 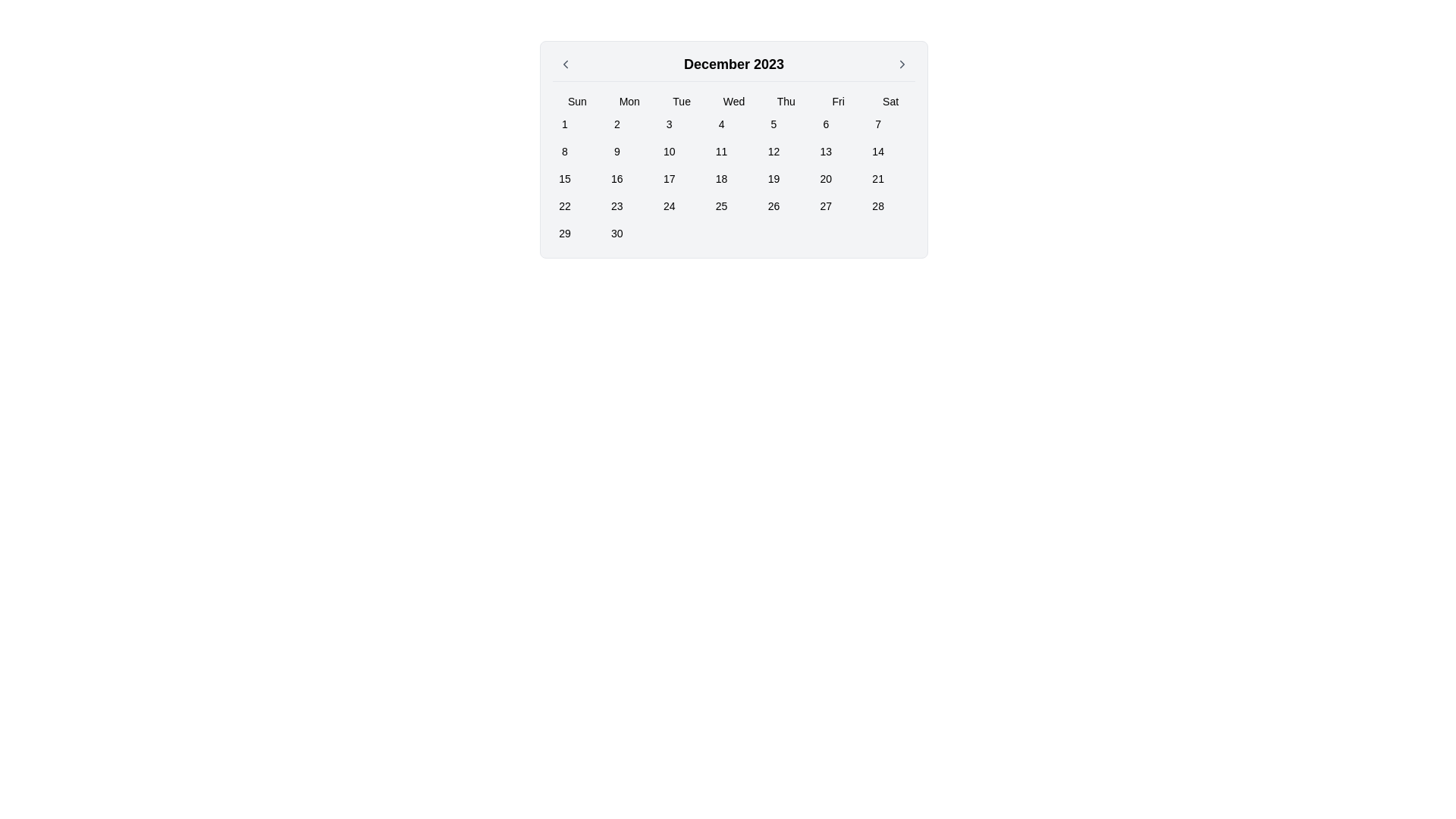 What do you see at coordinates (878, 206) in the screenshot?
I see `the button representing the 28th day in the December 2023 calendar` at bounding box center [878, 206].